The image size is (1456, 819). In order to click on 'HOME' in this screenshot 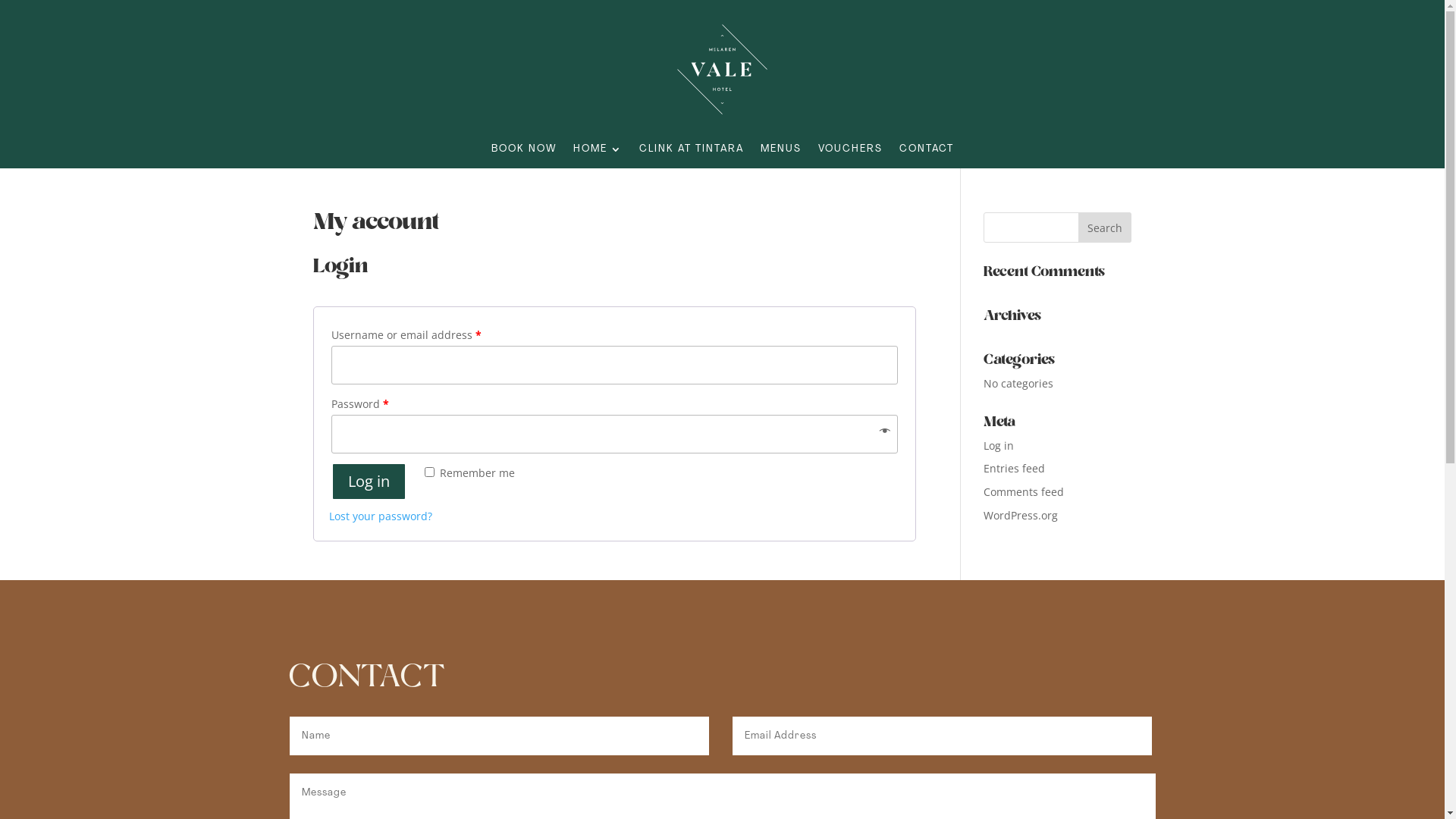, I will do `click(597, 152)`.